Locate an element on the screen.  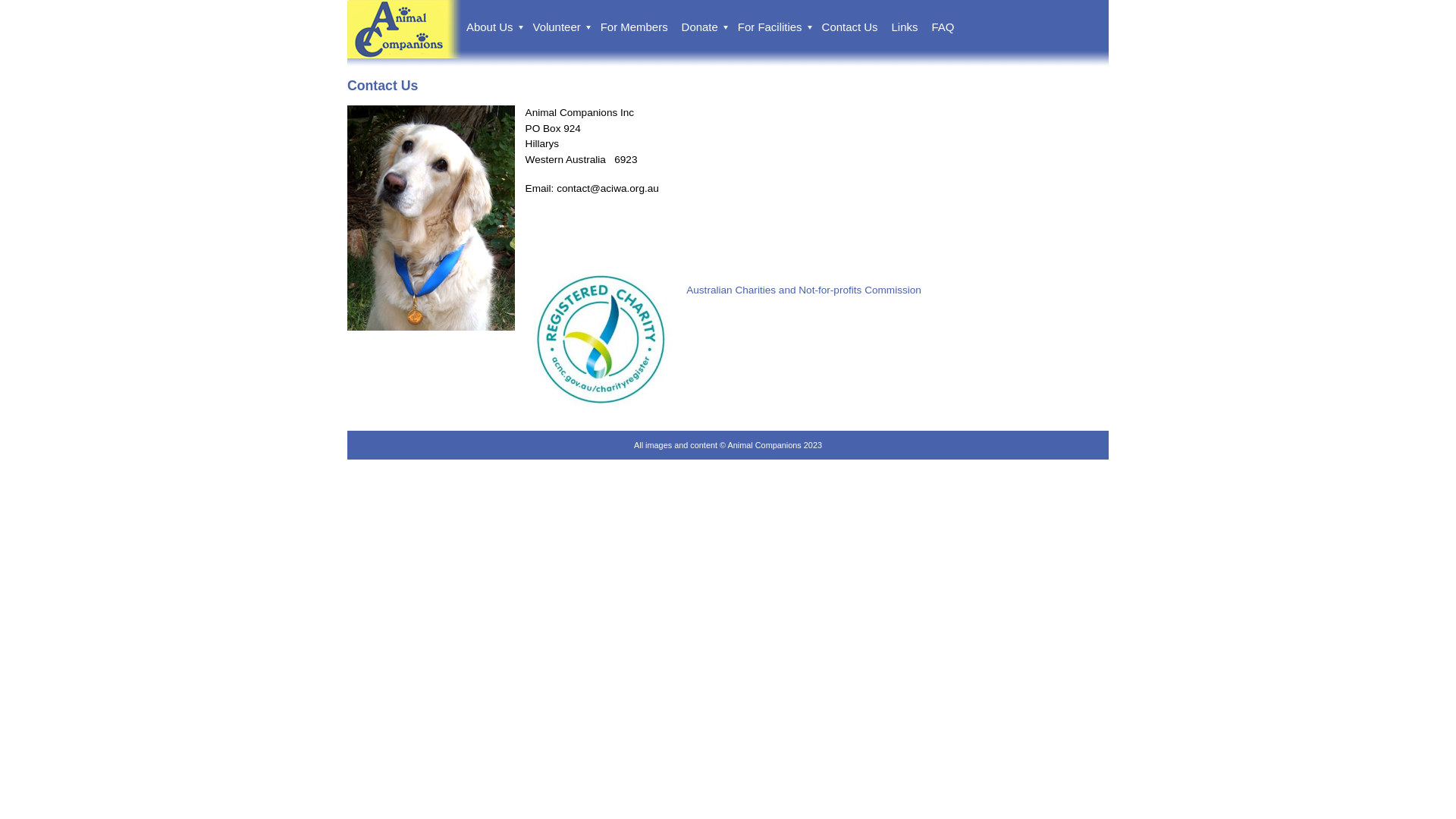
'Animal Companions' is located at coordinates (403, 54).